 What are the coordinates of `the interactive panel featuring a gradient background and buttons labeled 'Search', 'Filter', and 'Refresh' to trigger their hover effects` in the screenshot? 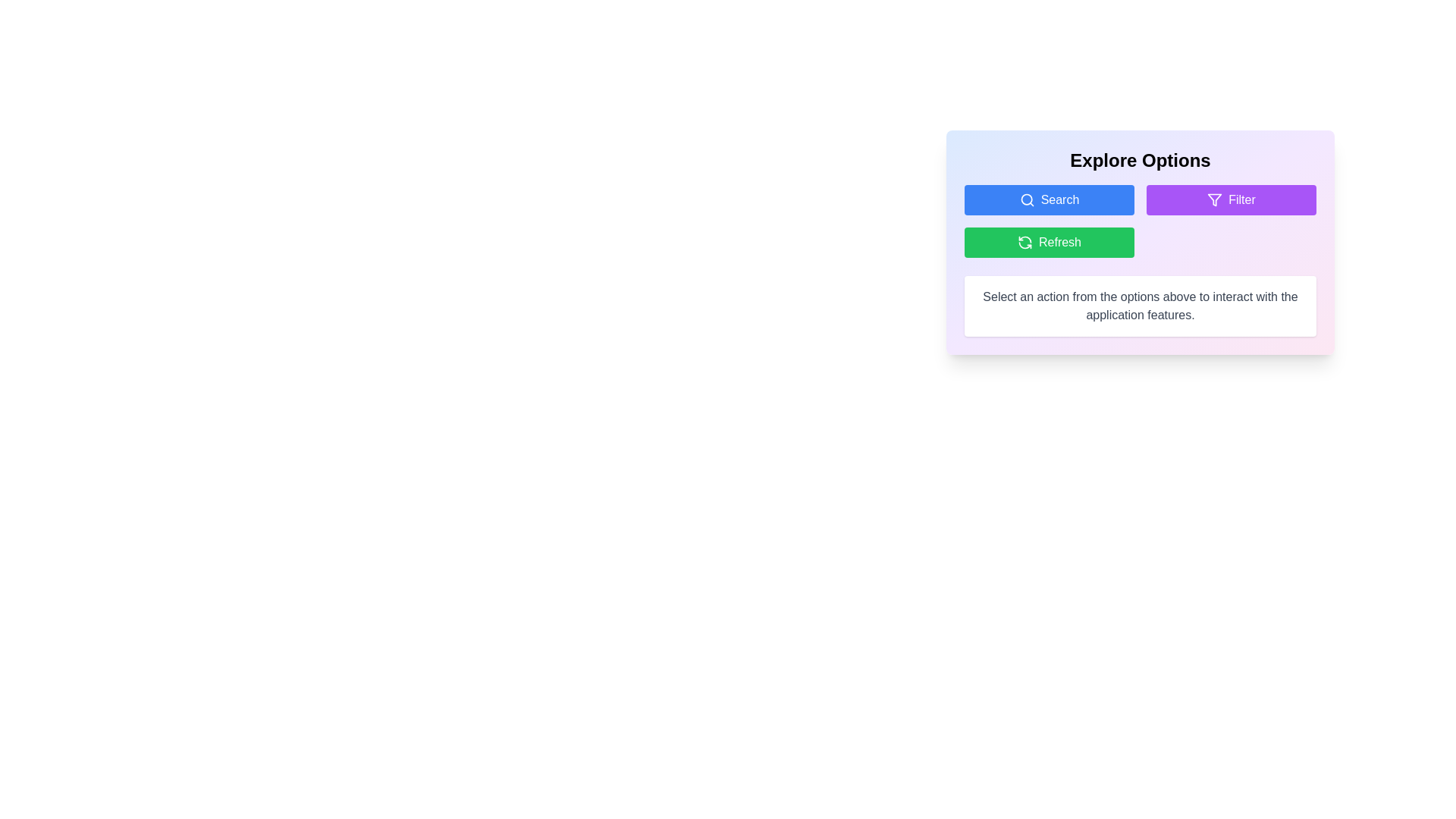 It's located at (1140, 242).